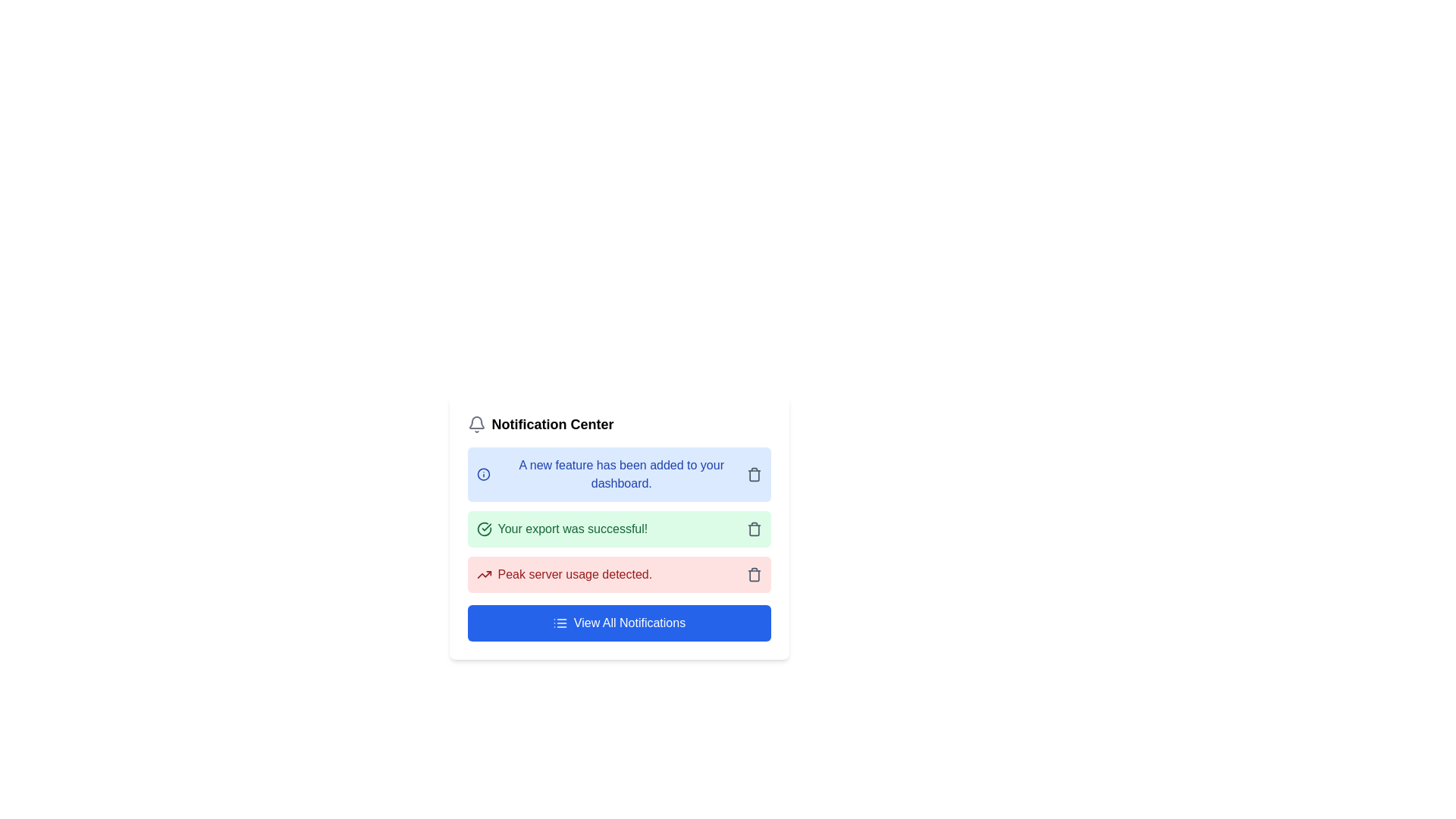  I want to click on checkmark icon associated with the notification message that says 'Your export was successful!' which is styled with a green background, so click(561, 529).